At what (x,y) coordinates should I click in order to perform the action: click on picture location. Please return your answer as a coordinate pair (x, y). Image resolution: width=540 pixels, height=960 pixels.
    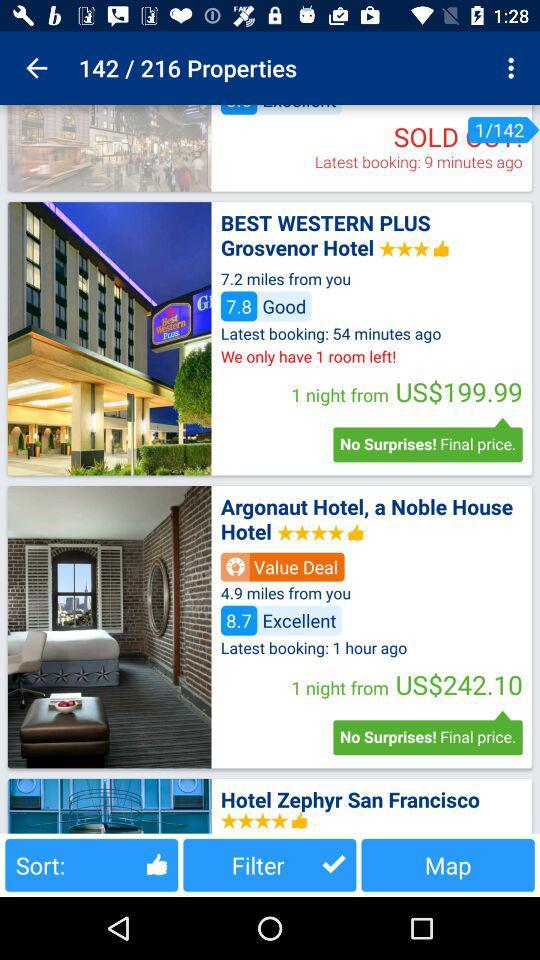
    Looking at the image, I should click on (109, 147).